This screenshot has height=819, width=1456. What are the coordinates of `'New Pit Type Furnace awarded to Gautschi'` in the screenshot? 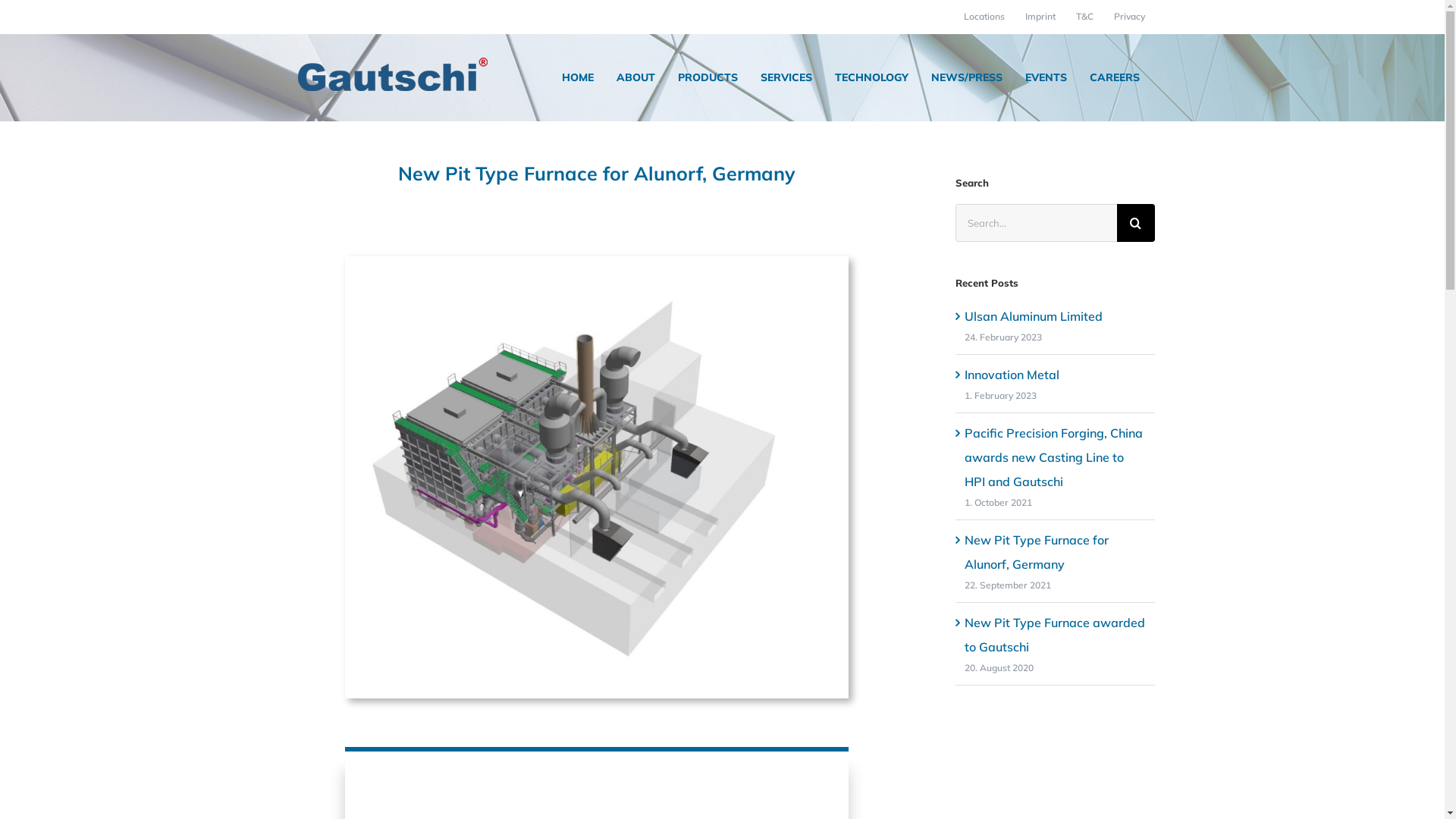 It's located at (1054, 635).